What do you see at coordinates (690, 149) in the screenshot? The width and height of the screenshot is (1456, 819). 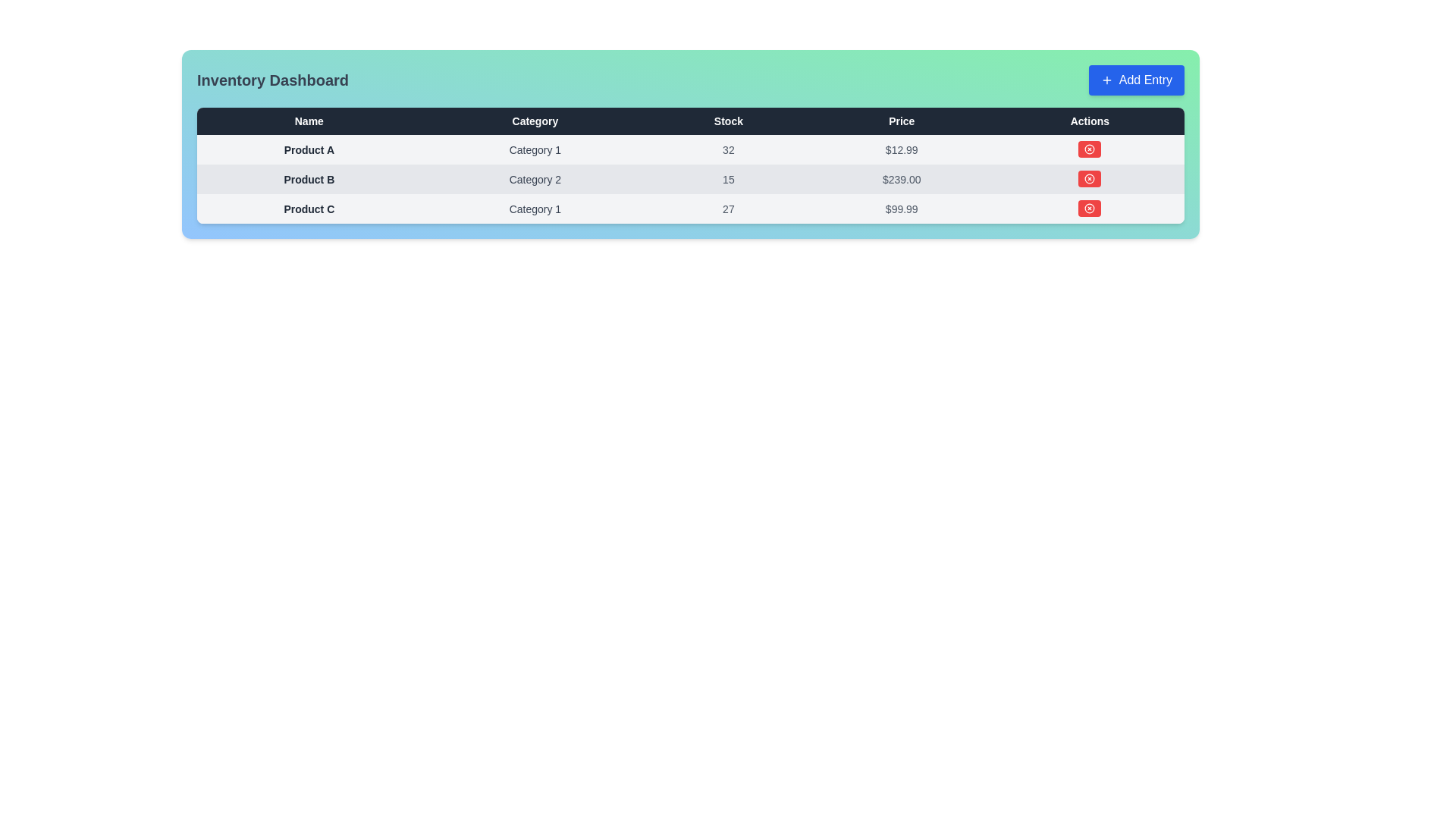 I see `the first row of the product table in the 'Inventory Dashboard', which contains product details such as name, category, stock, price, and action buttons` at bounding box center [690, 149].